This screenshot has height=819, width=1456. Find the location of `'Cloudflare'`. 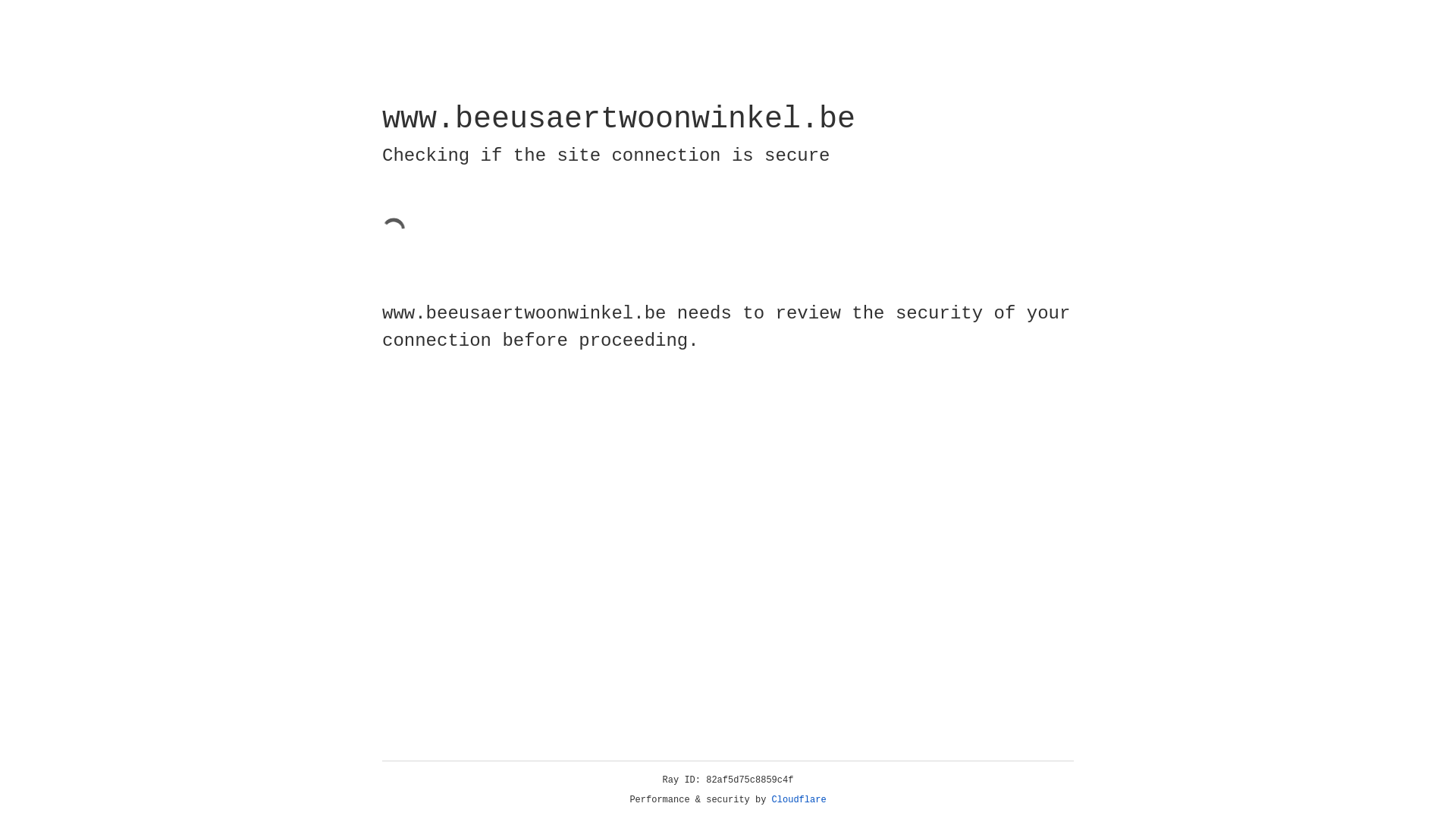

'Cloudflare' is located at coordinates (799, 799).